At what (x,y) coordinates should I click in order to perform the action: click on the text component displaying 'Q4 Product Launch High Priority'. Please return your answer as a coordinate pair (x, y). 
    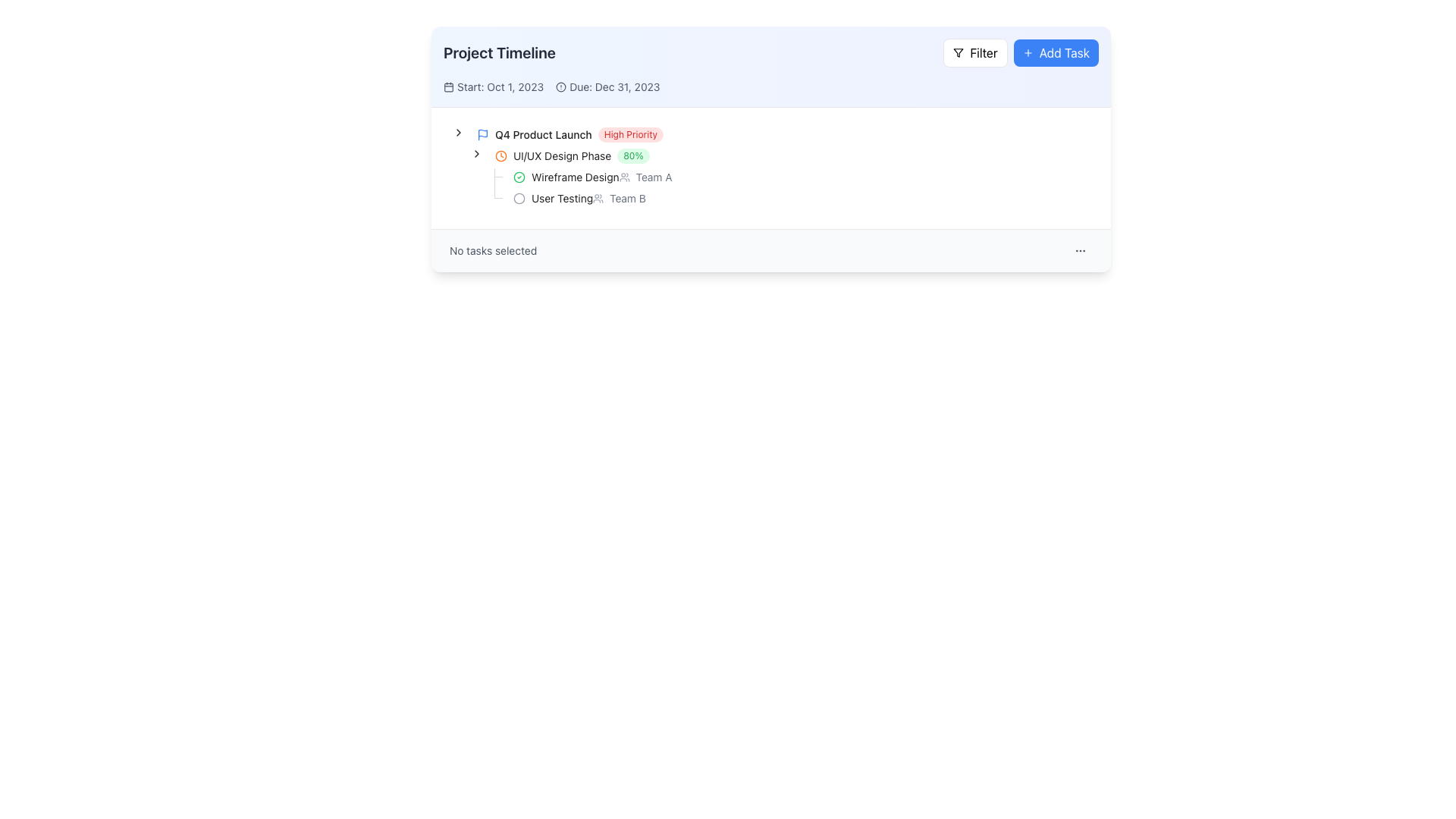
    Looking at the image, I should click on (570, 133).